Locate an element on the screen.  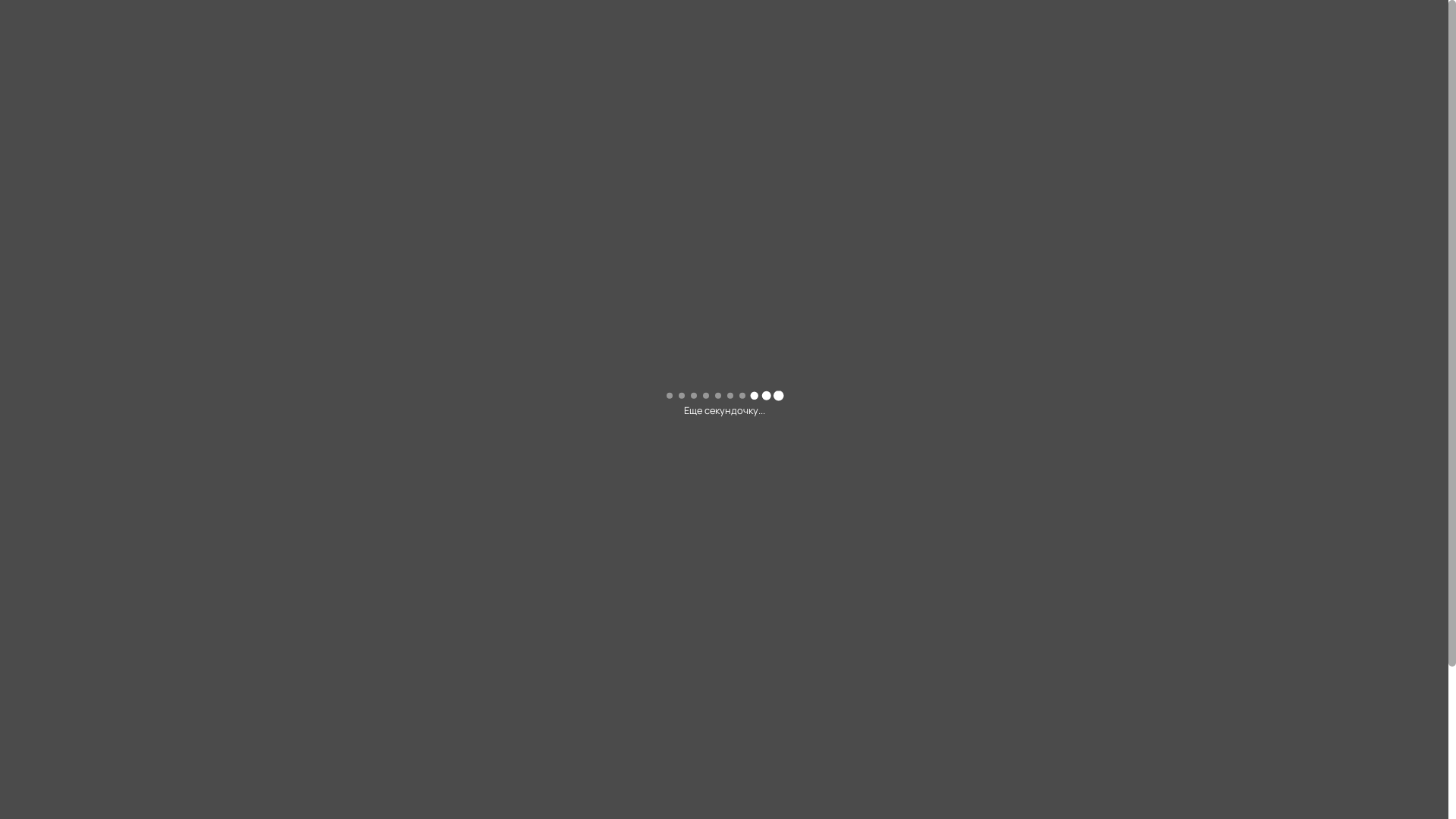
'+375 (44) 733-43-86' is located at coordinates (1147, 20).